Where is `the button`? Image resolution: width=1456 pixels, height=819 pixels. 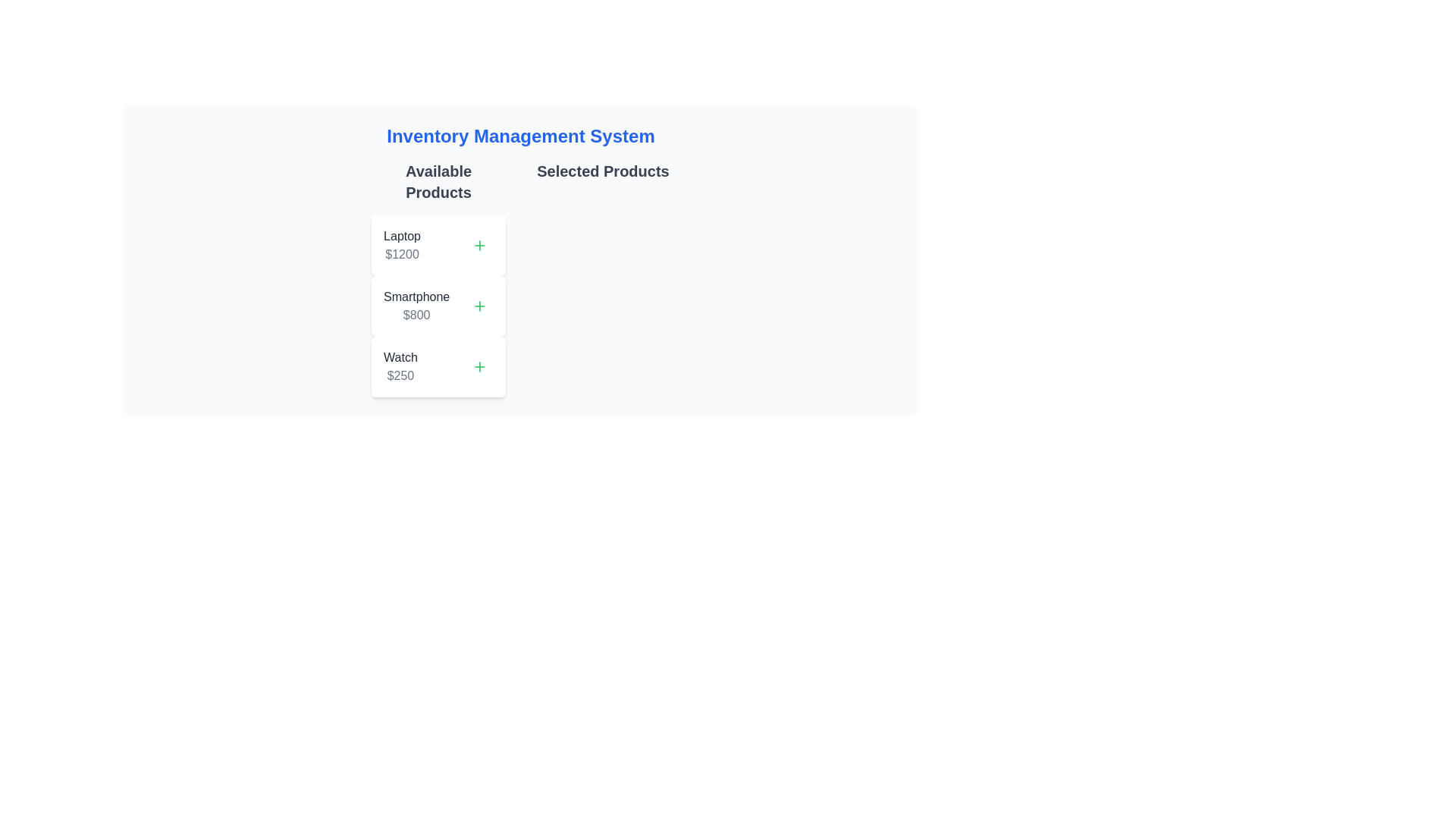
the button is located at coordinates (479, 366).